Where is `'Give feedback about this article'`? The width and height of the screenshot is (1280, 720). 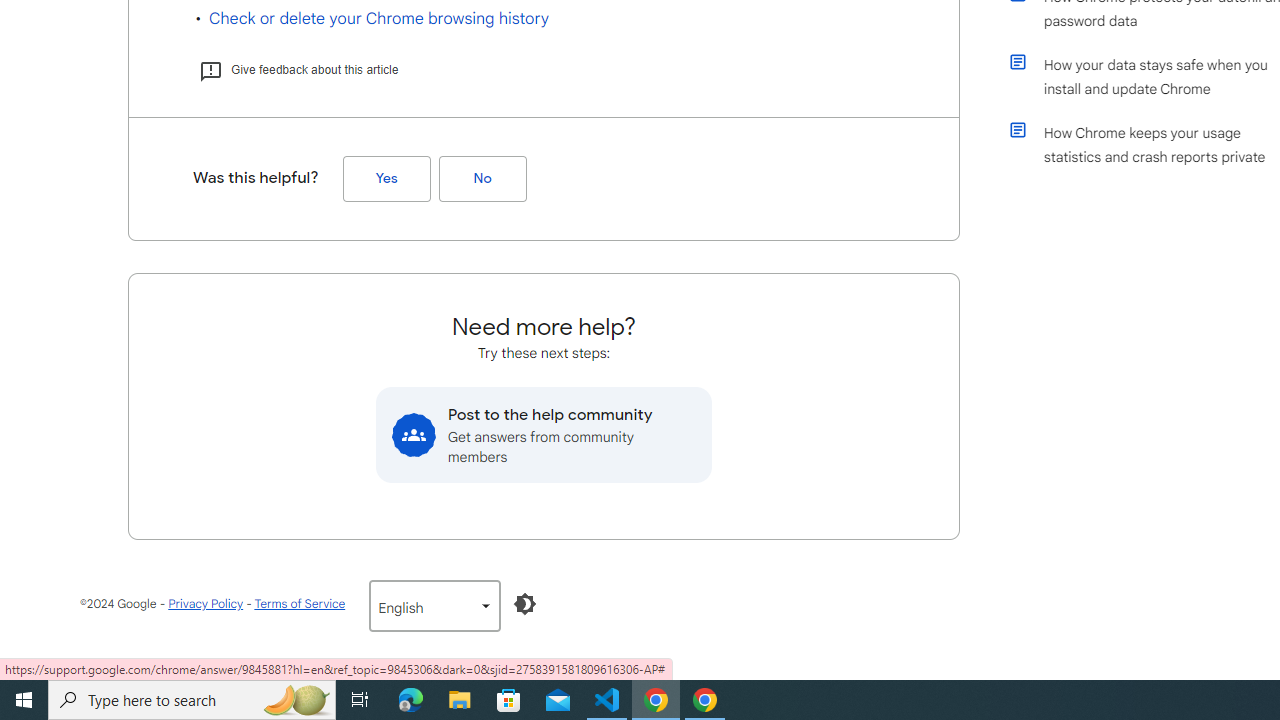
'Give feedback about this article' is located at coordinates (297, 68).